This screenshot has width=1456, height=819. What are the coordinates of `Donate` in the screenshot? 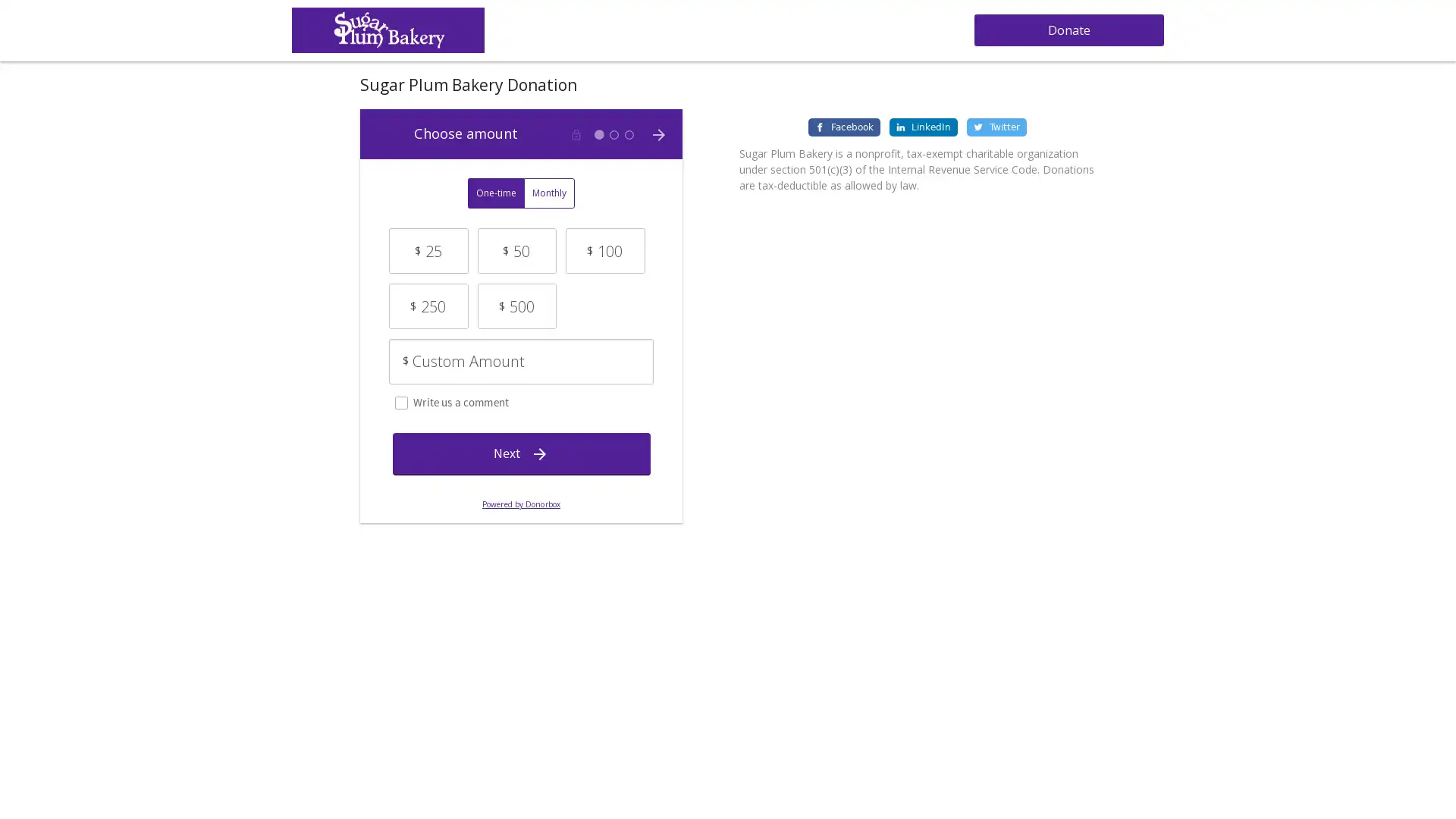 It's located at (1068, 30).